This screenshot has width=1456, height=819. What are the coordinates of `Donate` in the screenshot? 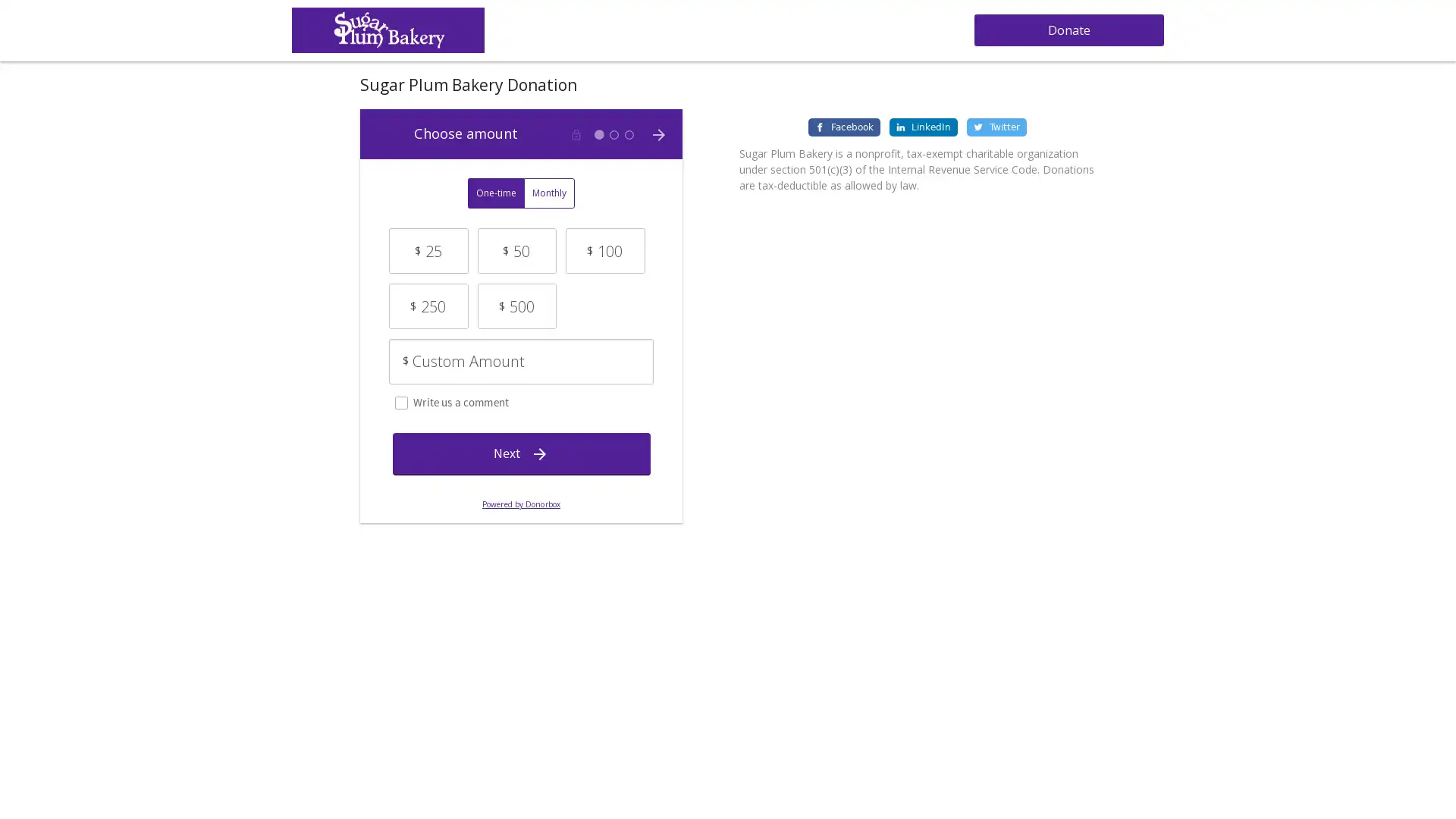 It's located at (1068, 30).